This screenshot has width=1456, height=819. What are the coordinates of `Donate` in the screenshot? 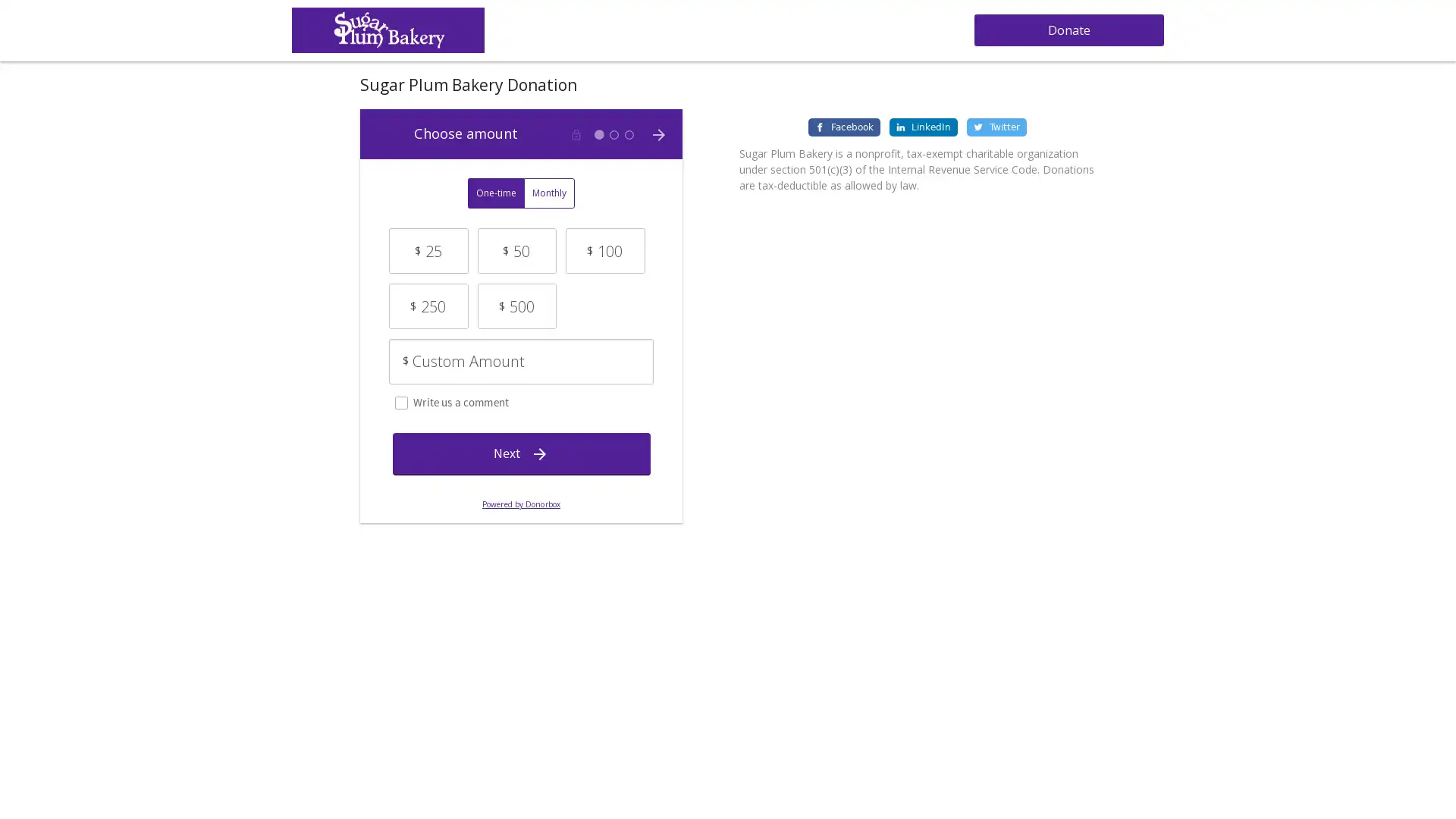 It's located at (1068, 30).